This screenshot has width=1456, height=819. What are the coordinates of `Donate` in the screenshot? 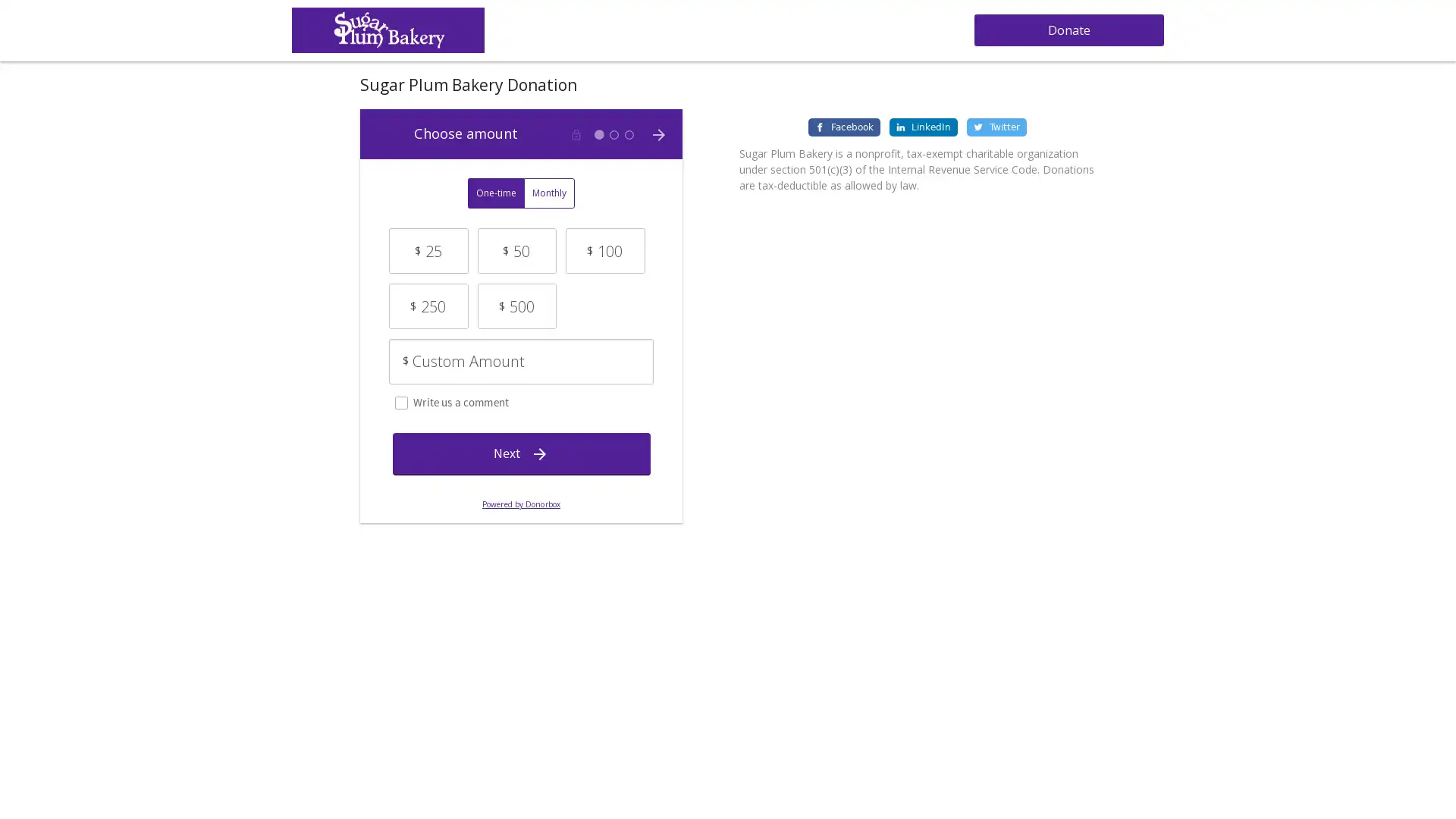 It's located at (1068, 30).